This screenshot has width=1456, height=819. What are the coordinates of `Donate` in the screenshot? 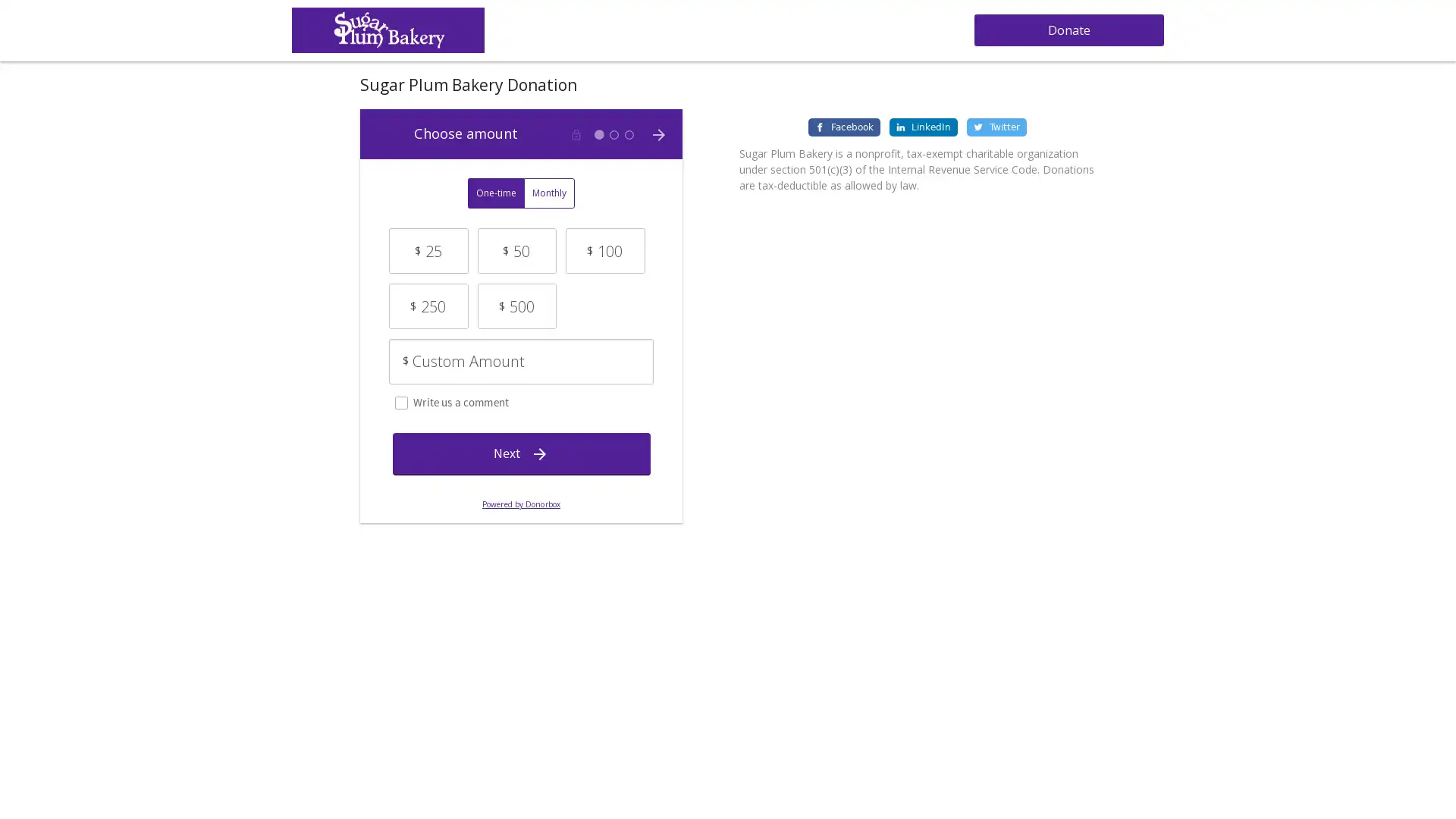 It's located at (1068, 30).